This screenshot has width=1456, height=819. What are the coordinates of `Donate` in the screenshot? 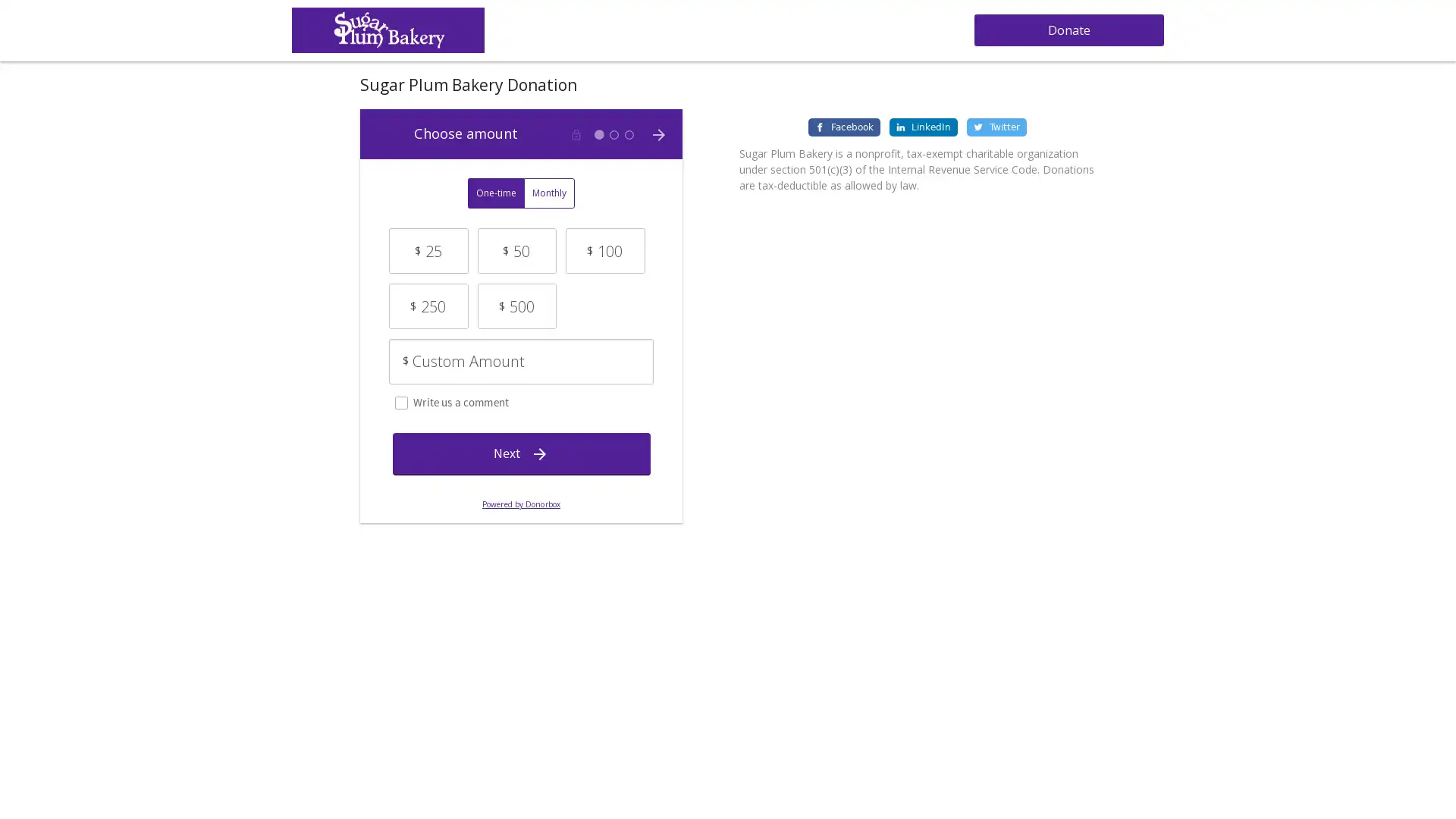 It's located at (1068, 30).